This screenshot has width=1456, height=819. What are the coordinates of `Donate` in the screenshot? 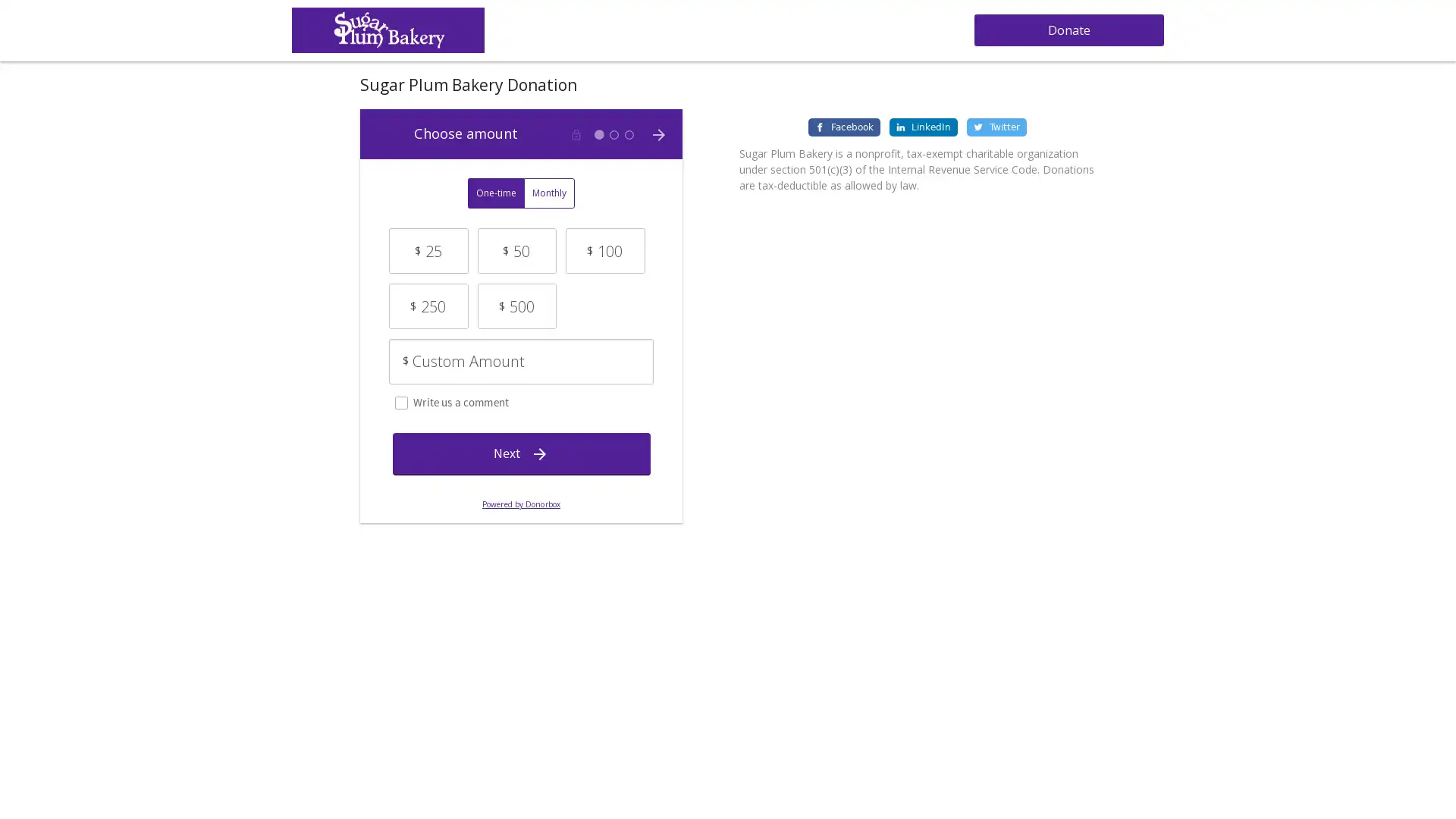 It's located at (1068, 30).